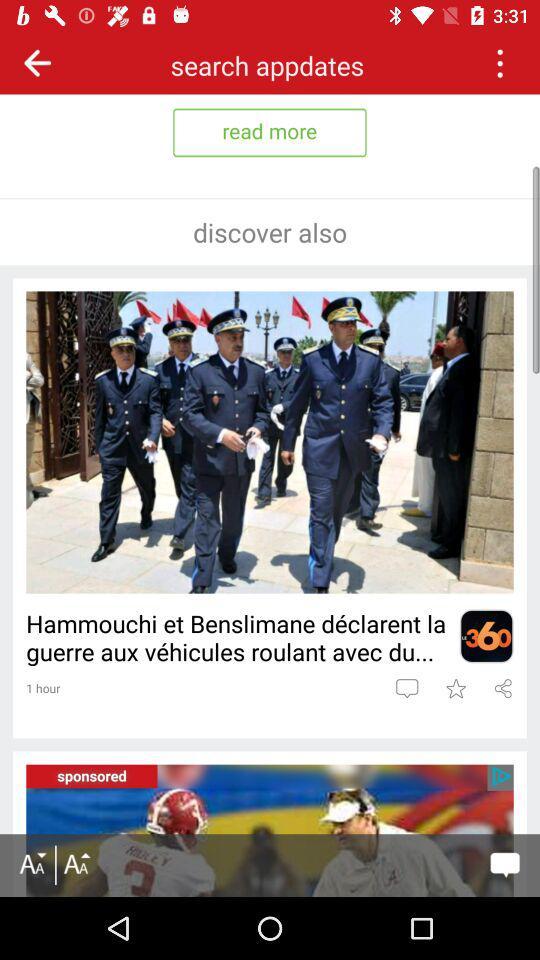 The height and width of the screenshot is (960, 540). Describe the element at coordinates (504, 864) in the screenshot. I see `the chat icon` at that location.